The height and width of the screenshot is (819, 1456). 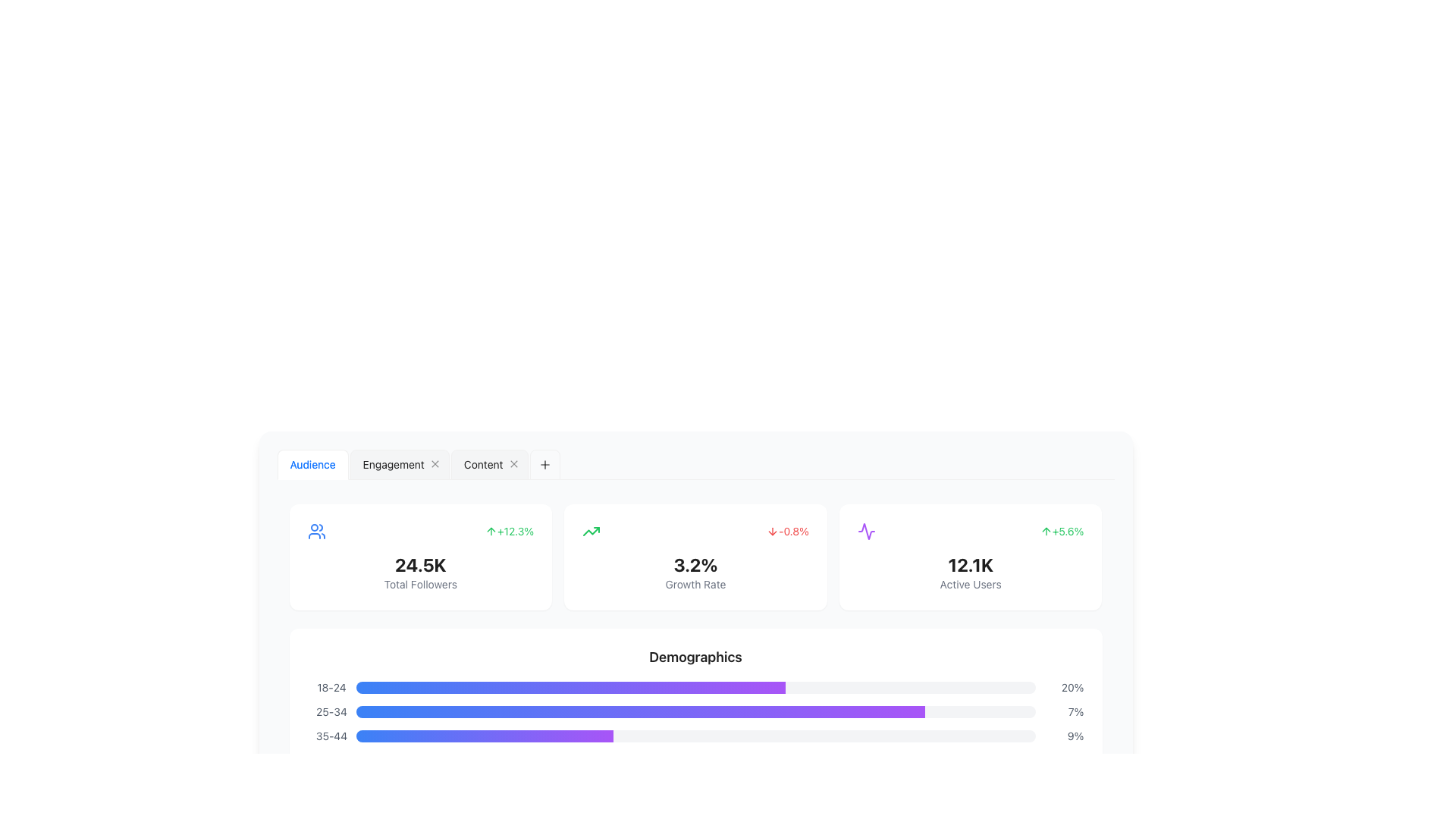 I want to click on the text label located directly below the bold numerical text '3.2%' in the third card of the horizontal arrangement, so click(x=695, y=584).